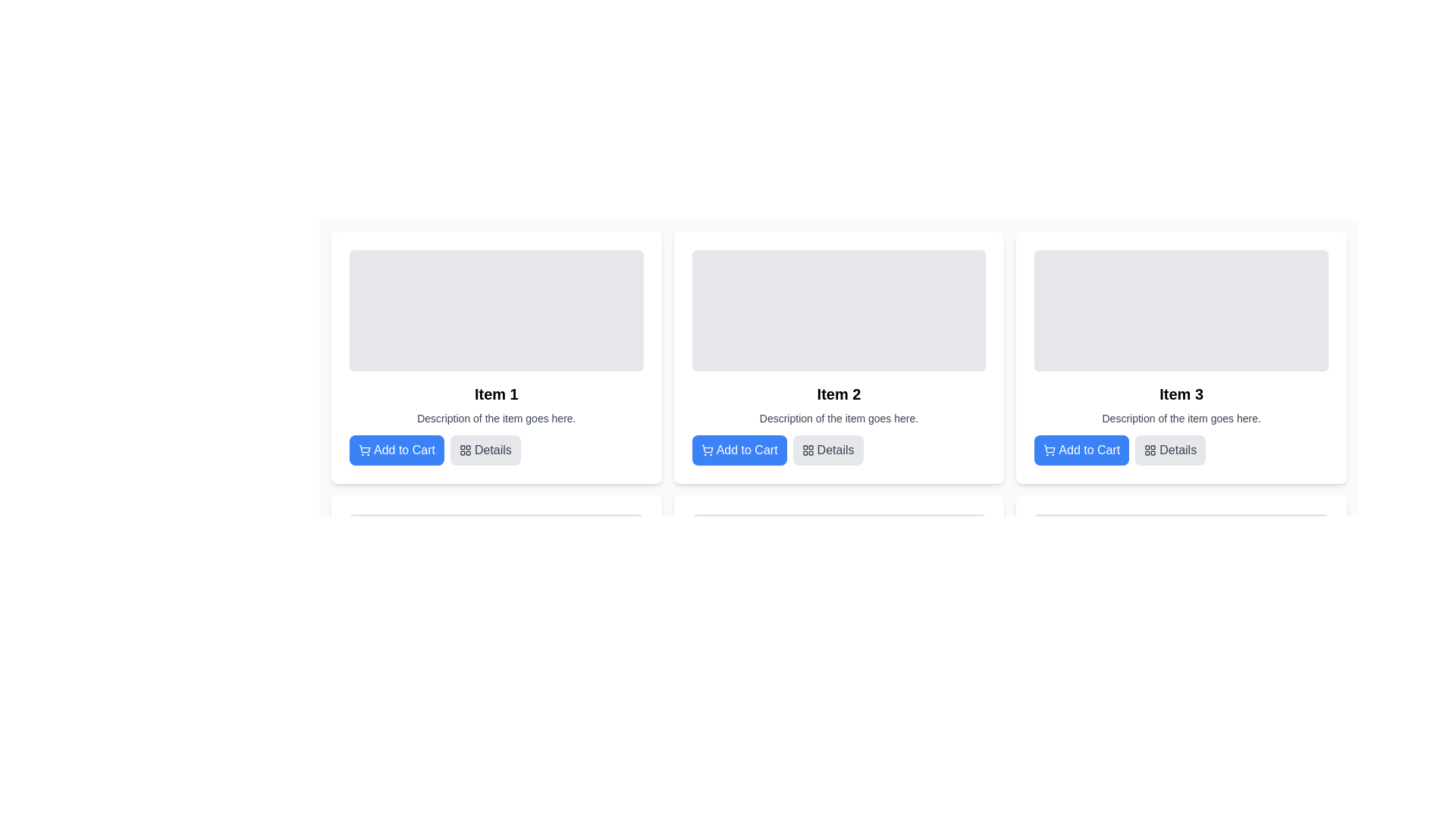  I want to click on the Text Label that serves as a title or identifier for its associated content card, located centrally aligned within the third card in a row of similar cards, so click(1181, 394).